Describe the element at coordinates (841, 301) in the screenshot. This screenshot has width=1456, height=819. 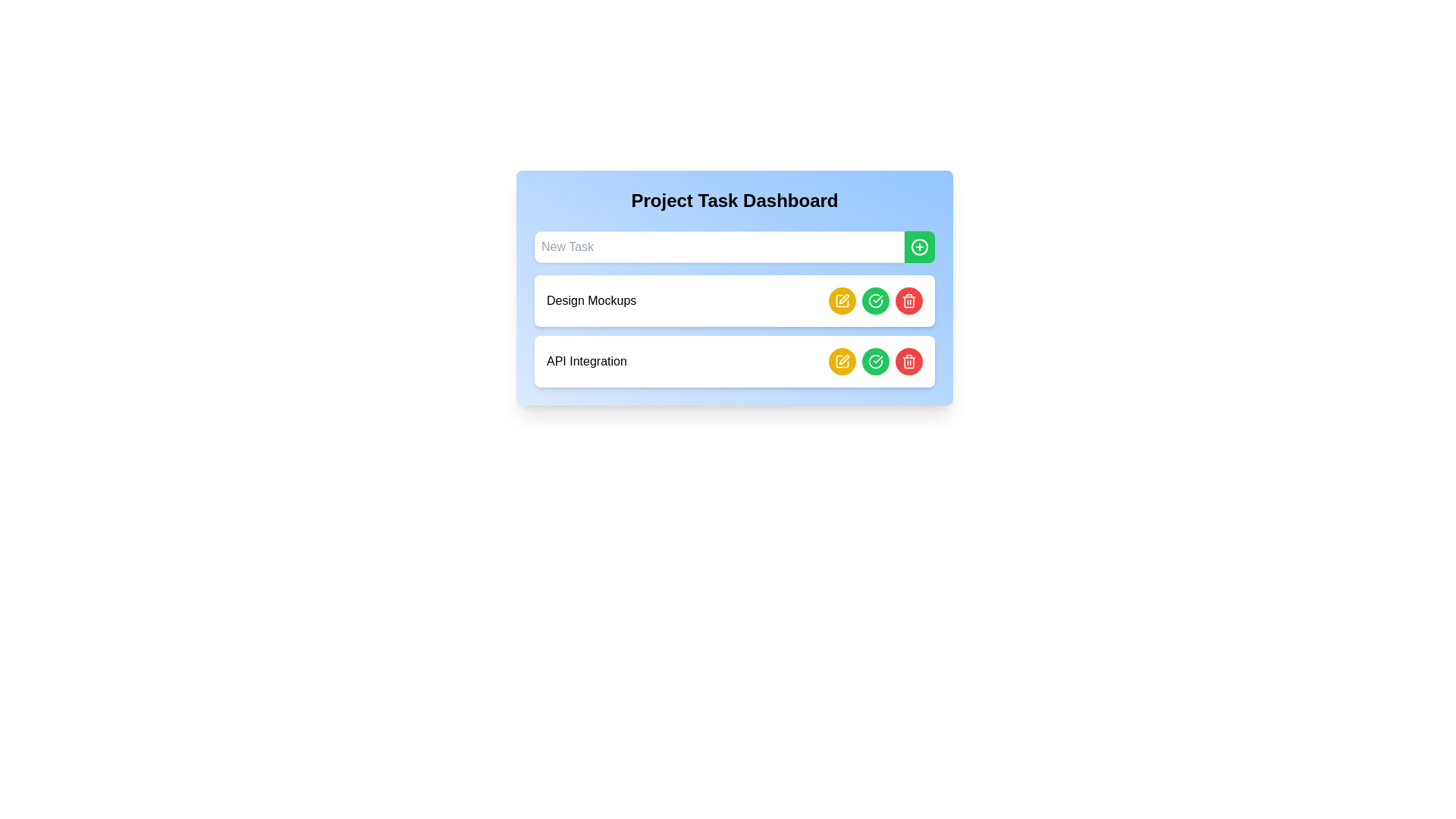
I see `the action button located in the second task item row, to the left of the green circular checkmark icon` at that location.